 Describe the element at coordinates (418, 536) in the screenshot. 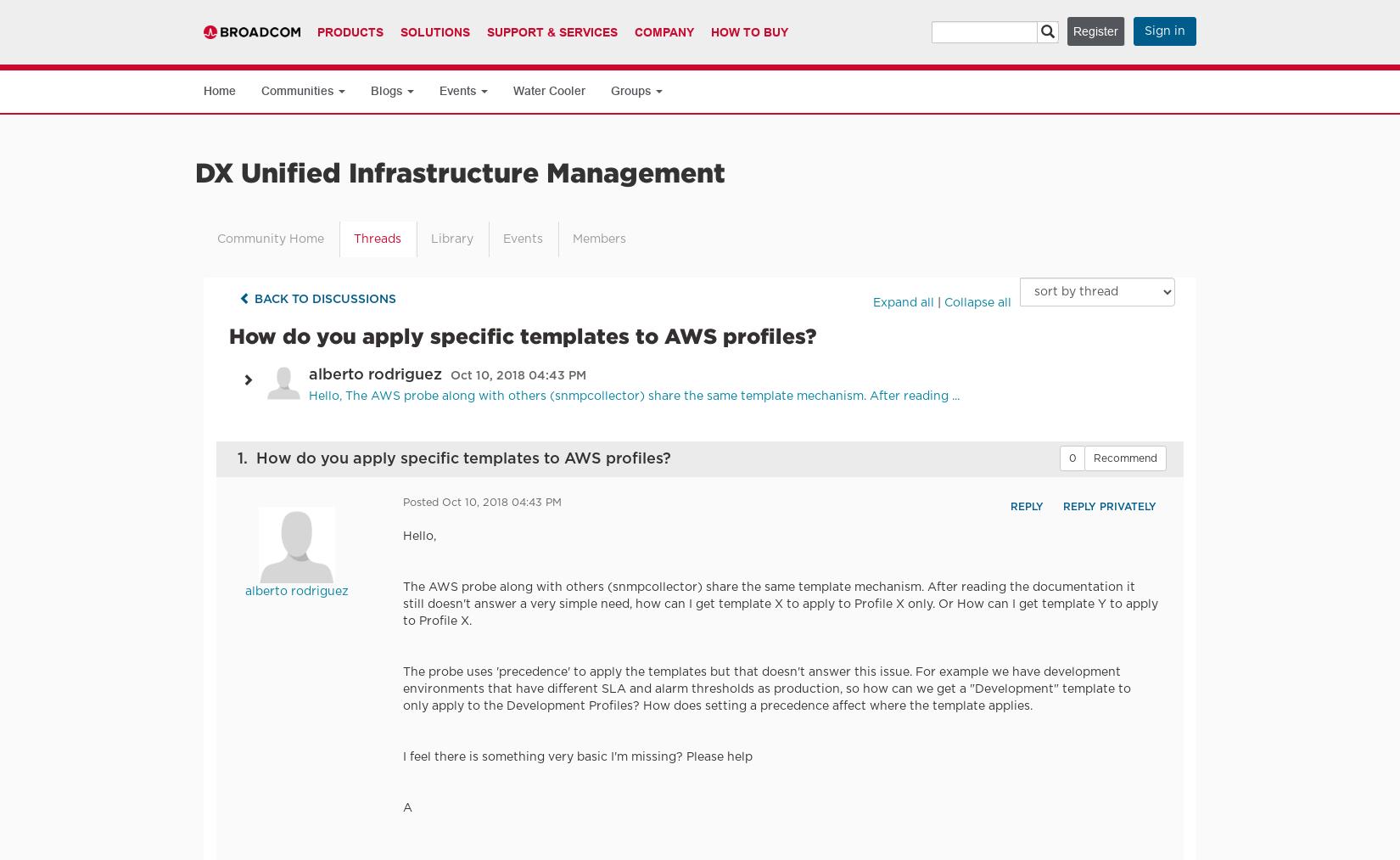

I see `'Hello,'` at that location.